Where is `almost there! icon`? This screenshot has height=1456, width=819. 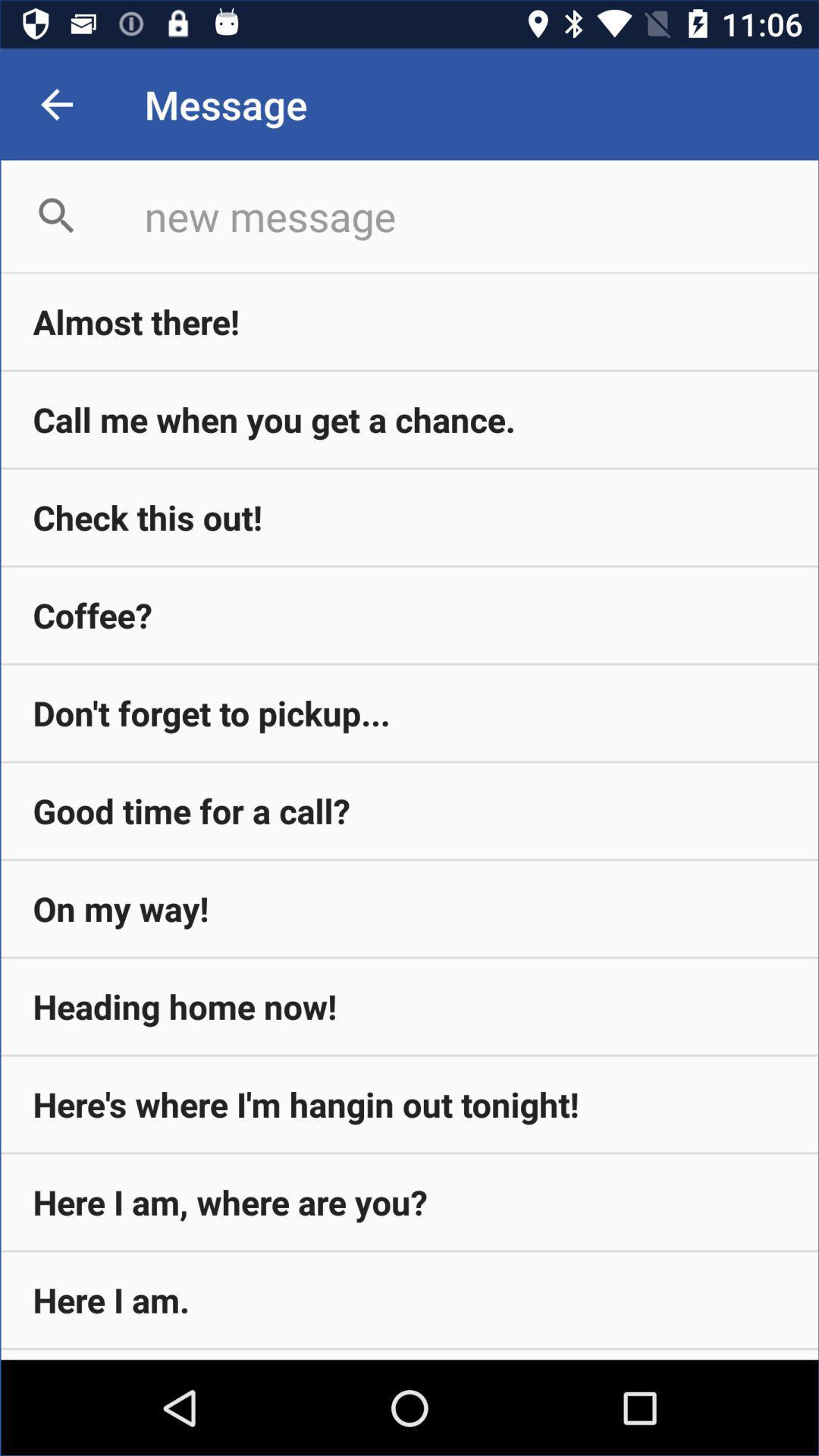
almost there! icon is located at coordinates (409, 321).